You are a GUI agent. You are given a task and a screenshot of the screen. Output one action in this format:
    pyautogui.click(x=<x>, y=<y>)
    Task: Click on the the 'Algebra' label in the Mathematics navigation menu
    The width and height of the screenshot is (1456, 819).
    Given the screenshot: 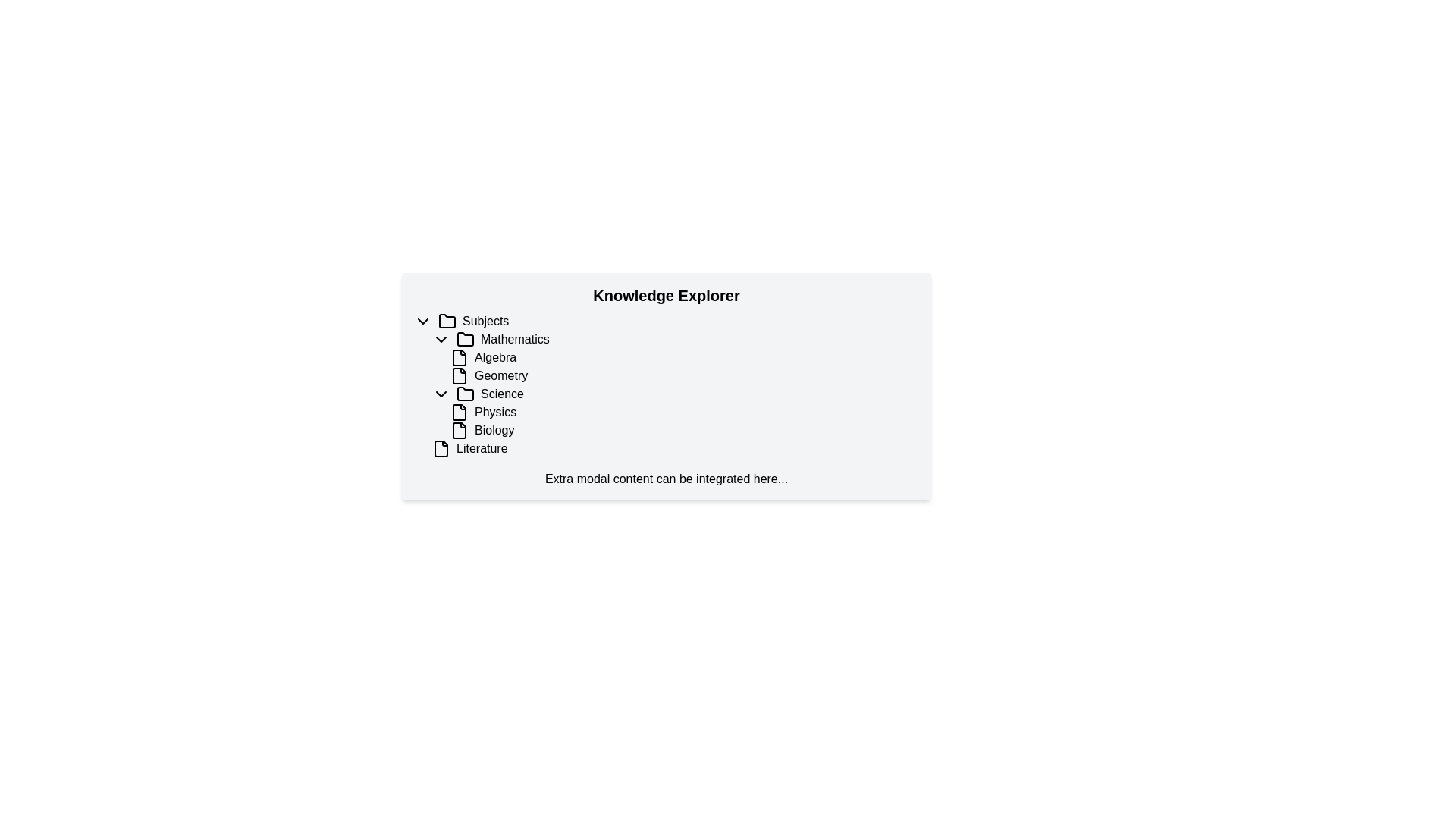 What is the action you would take?
    pyautogui.click(x=495, y=357)
    